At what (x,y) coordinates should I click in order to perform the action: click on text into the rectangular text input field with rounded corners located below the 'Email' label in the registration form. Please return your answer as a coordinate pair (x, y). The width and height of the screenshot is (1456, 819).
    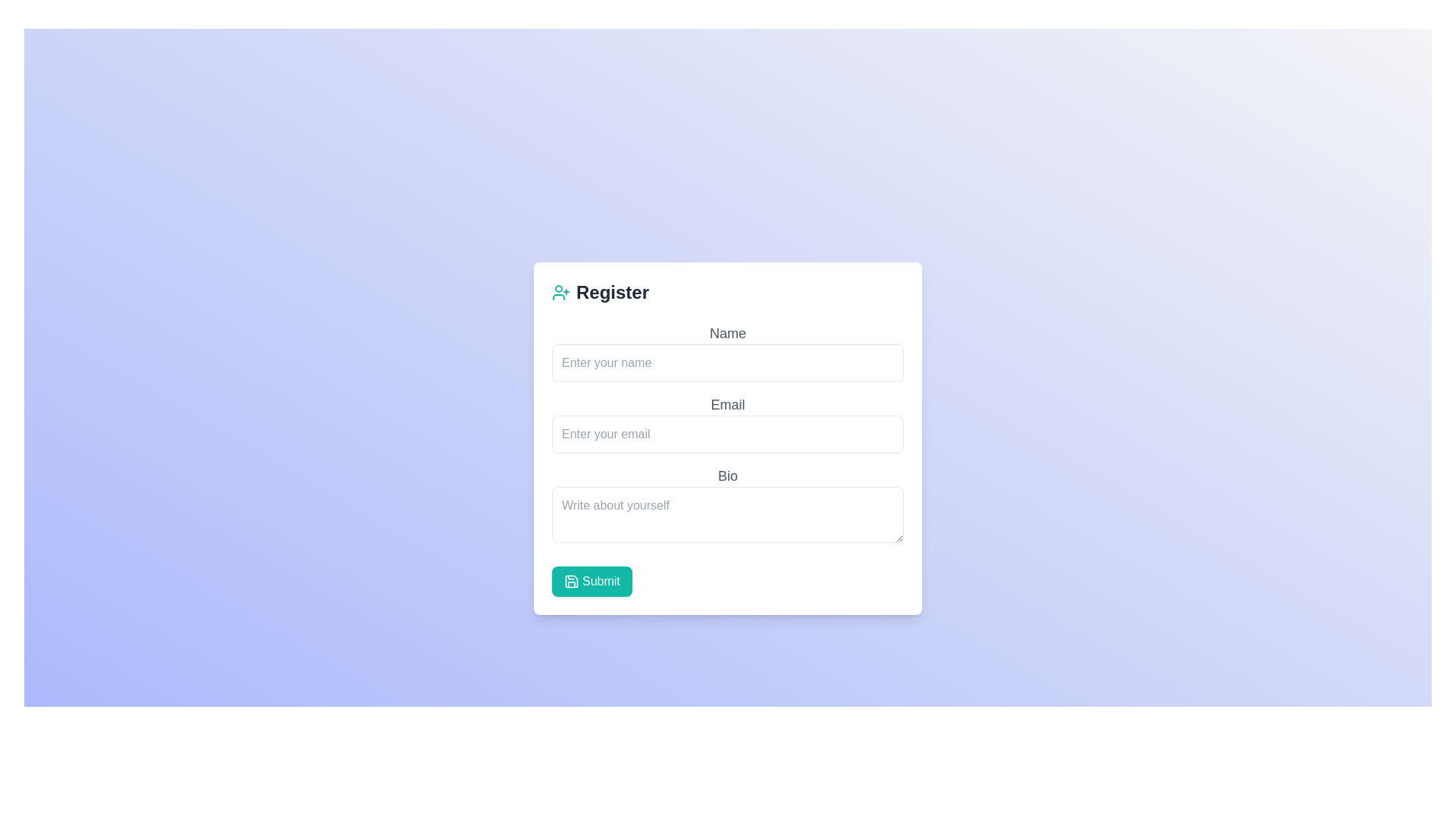
    Looking at the image, I should click on (728, 434).